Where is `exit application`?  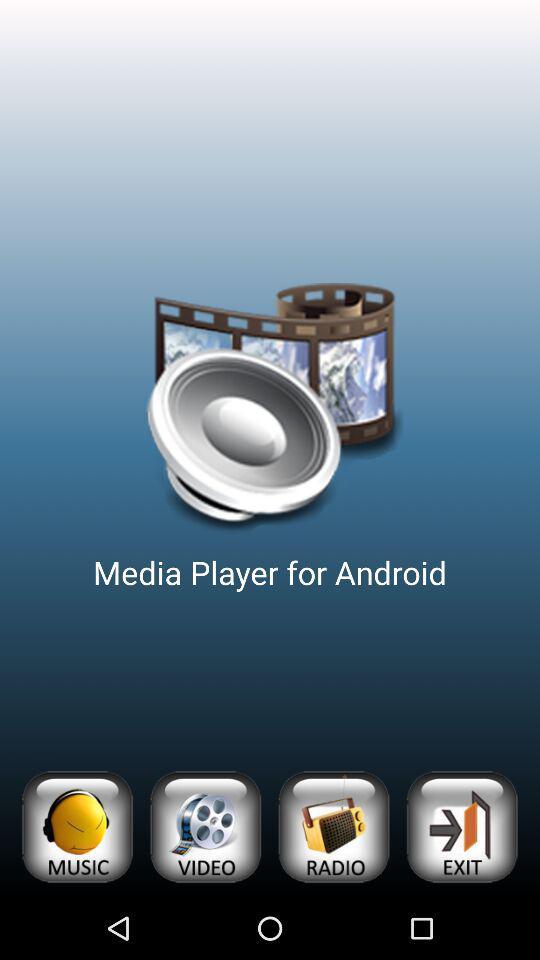 exit application is located at coordinates (461, 827).